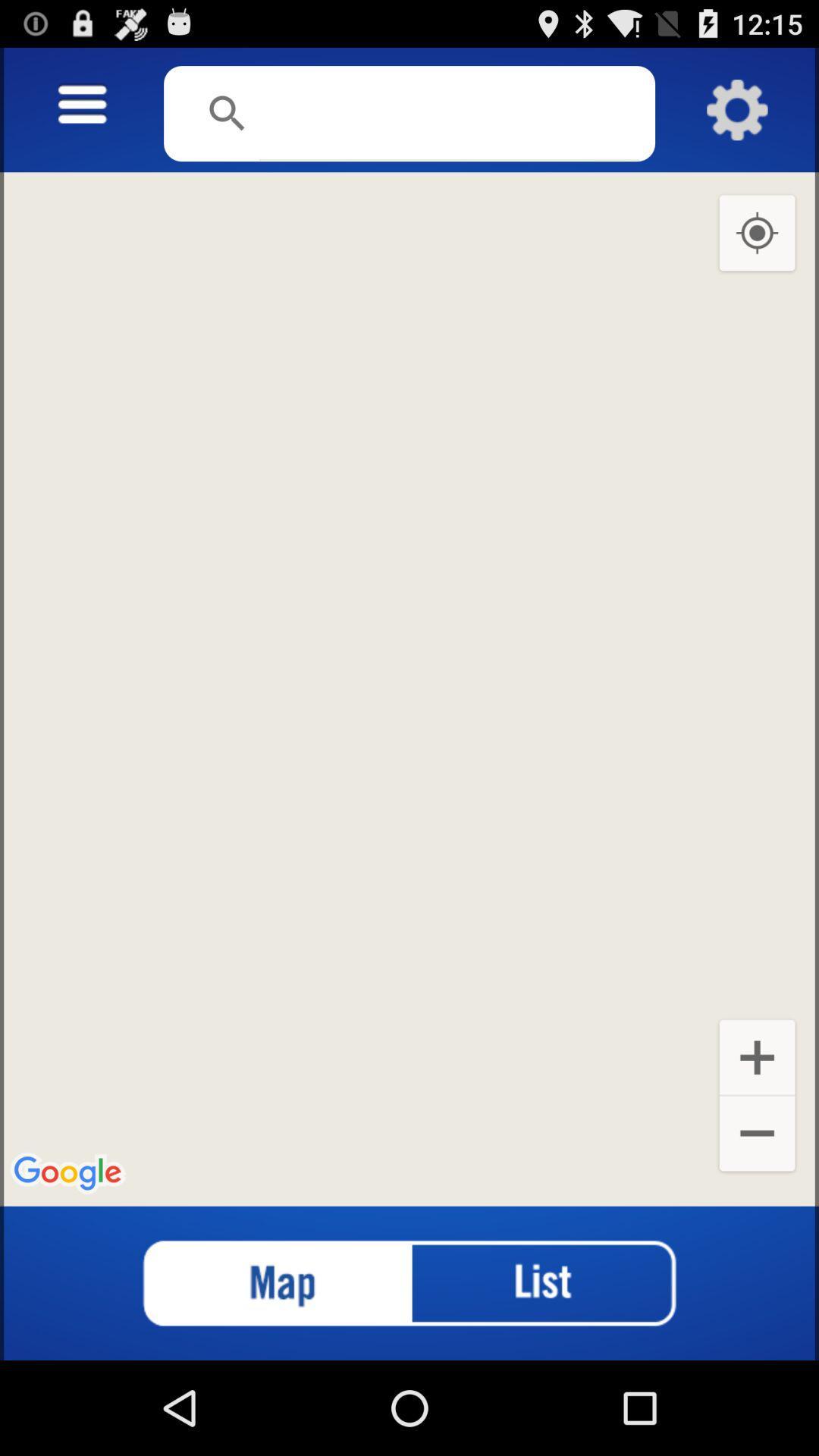 This screenshot has width=819, height=1456. What do you see at coordinates (82, 112) in the screenshot?
I see `the menu icon` at bounding box center [82, 112].